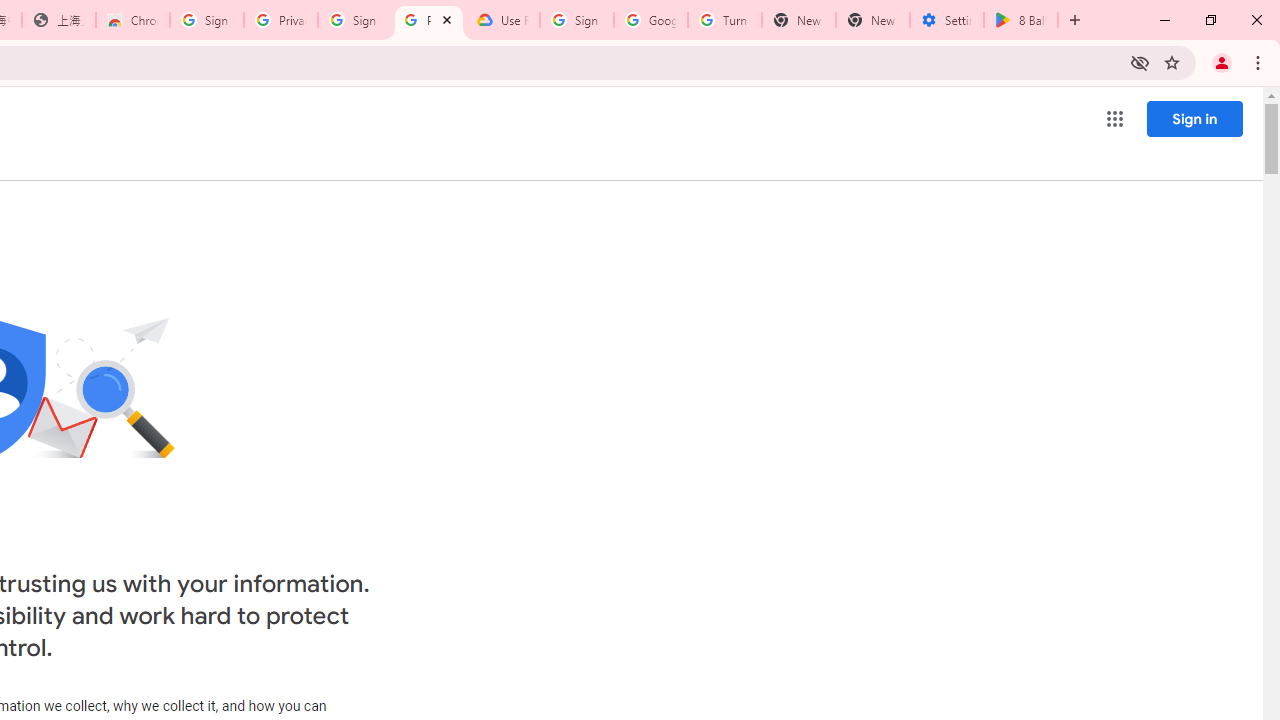 The height and width of the screenshot is (720, 1280). Describe the element at coordinates (946, 20) in the screenshot. I see `'Settings - System'` at that location.